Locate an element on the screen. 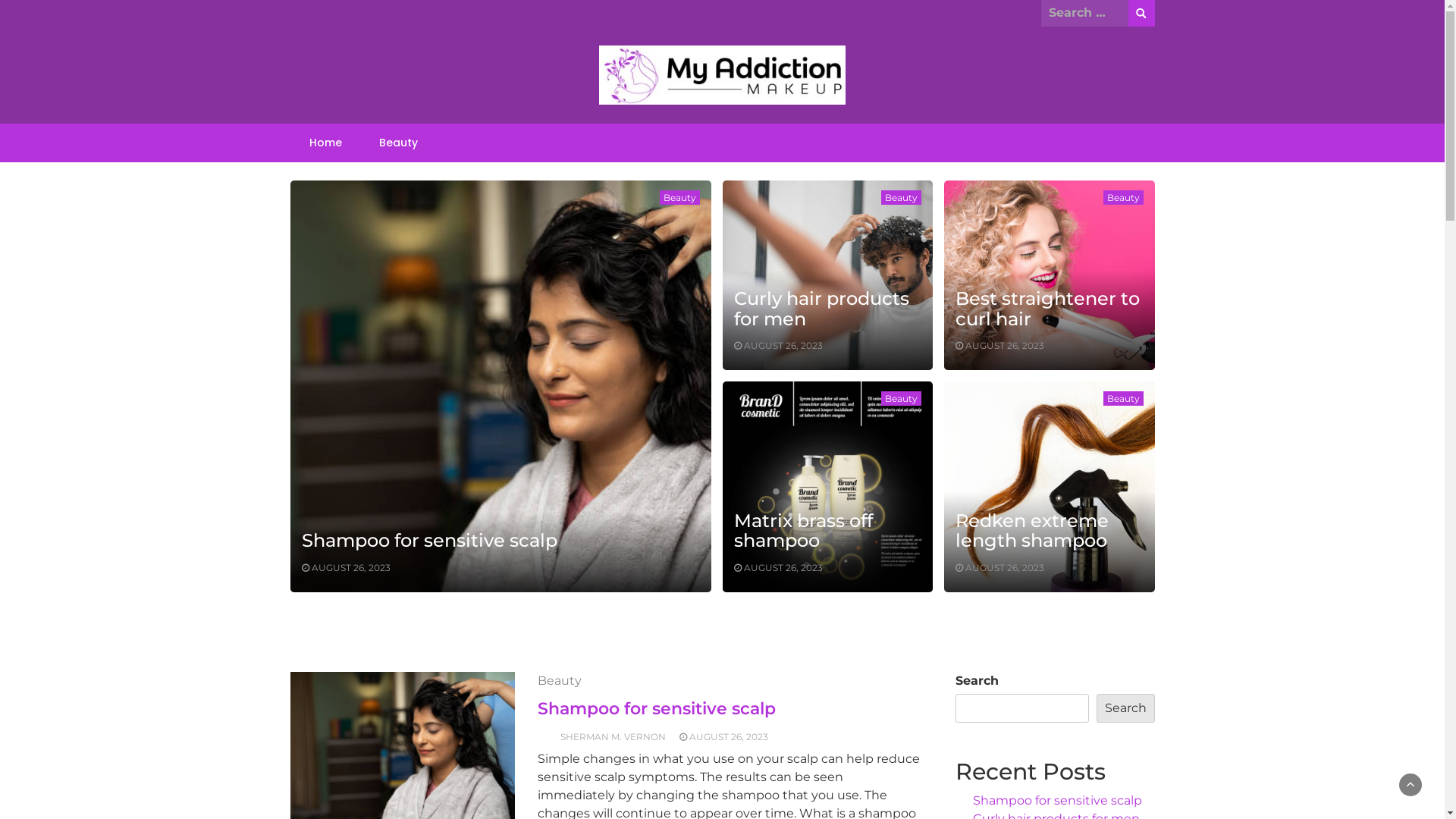 This screenshot has height=819, width=1456. 'Best straightener to curl hair' is located at coordinates (1046, 307).